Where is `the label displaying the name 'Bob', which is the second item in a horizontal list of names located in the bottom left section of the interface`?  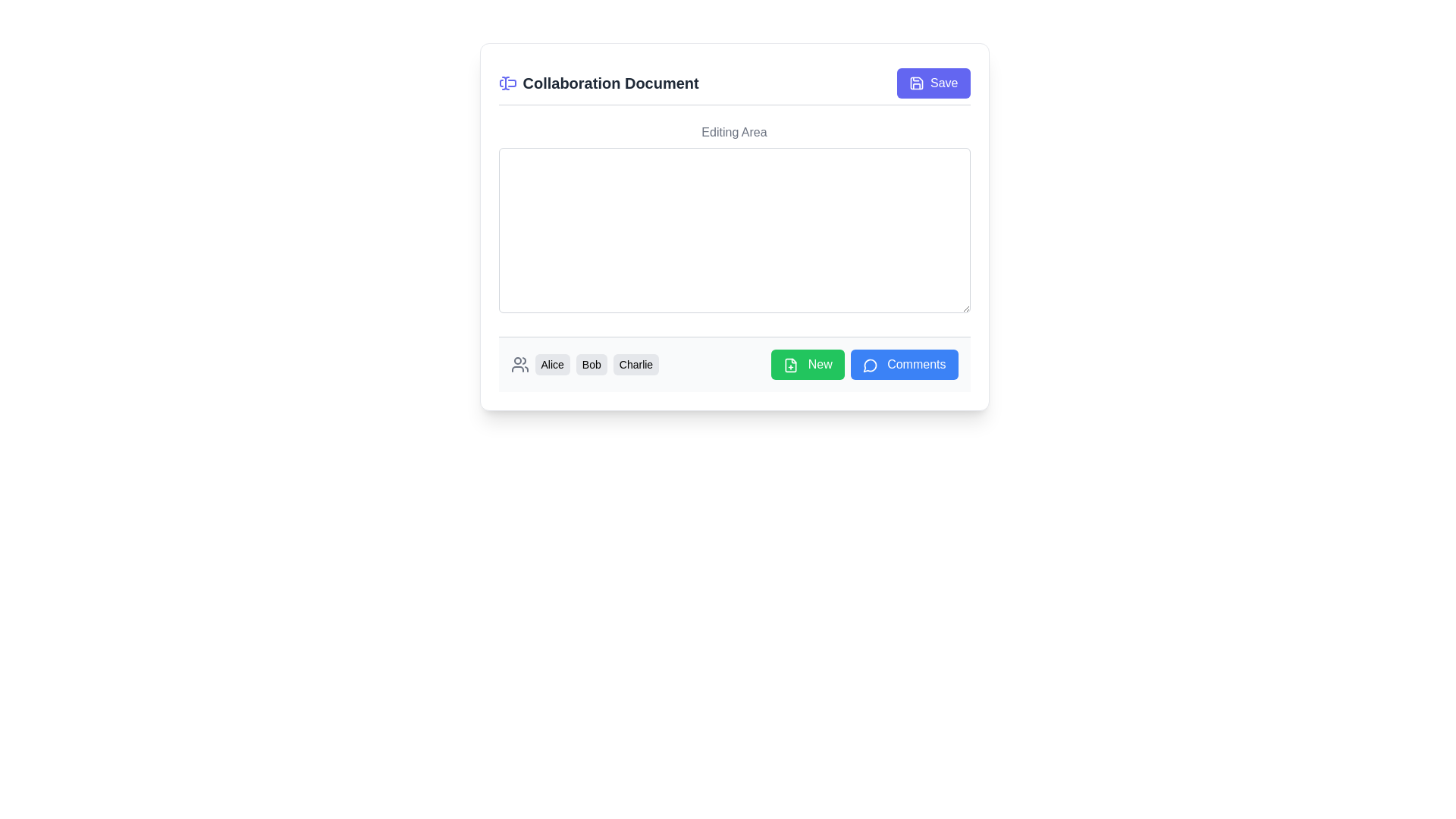
the label displaying the name 'Bob', which is the second item in a horizontal list of names located in the bottom left section of the interface is located at coordinates (591, 365).